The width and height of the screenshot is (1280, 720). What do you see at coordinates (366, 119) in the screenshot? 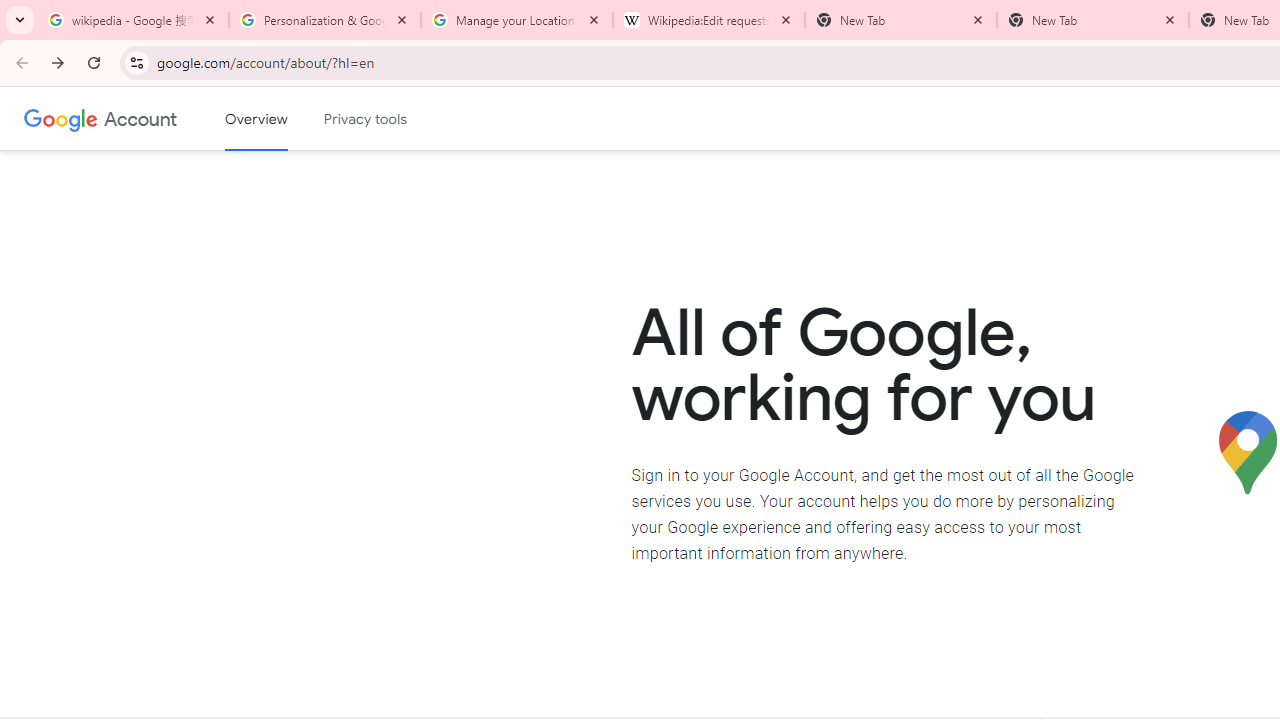
I see `'Privacy tools'` at bounding box center [366, 119].